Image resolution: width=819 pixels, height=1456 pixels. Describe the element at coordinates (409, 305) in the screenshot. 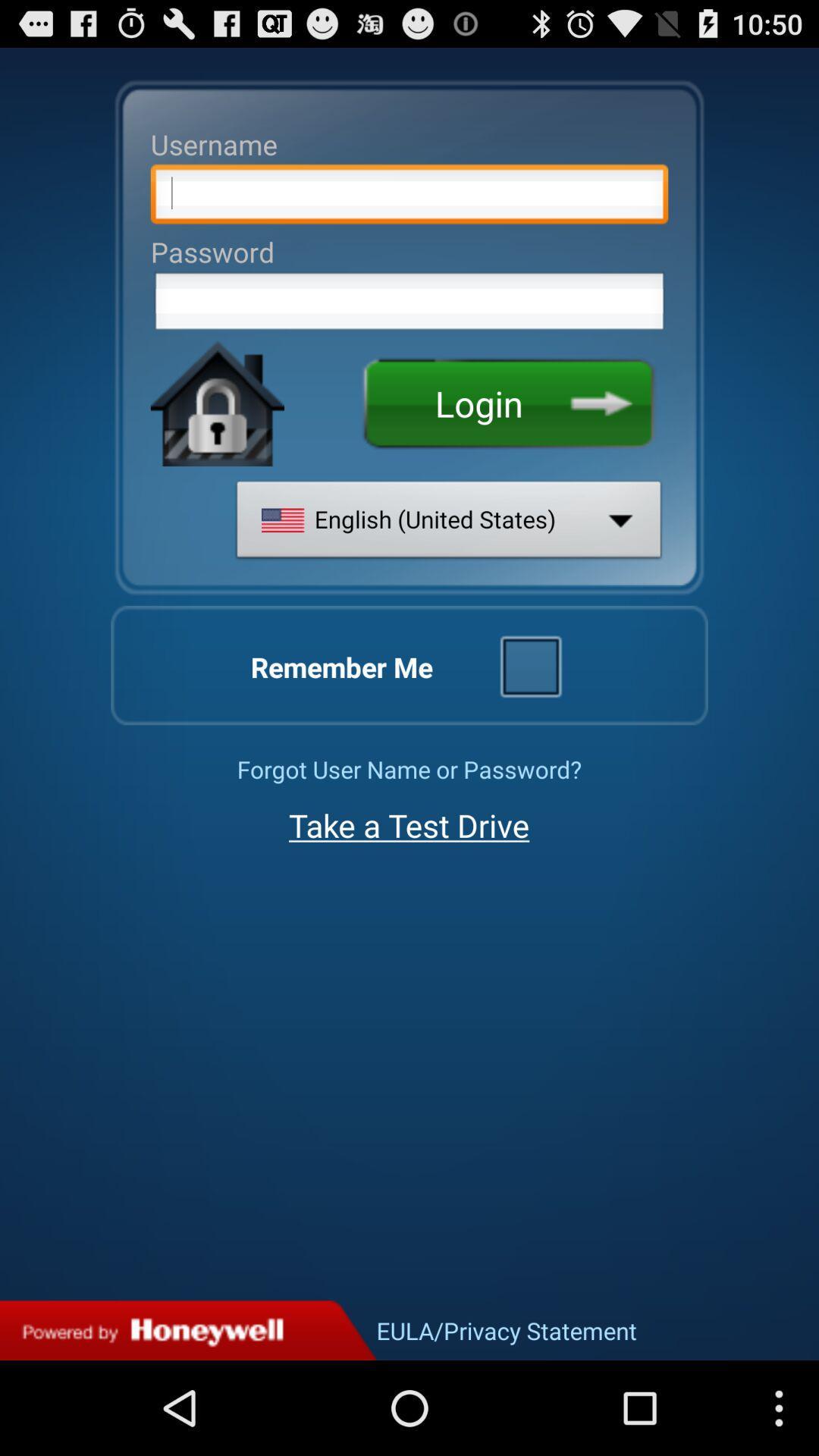

I see `password` at that location.